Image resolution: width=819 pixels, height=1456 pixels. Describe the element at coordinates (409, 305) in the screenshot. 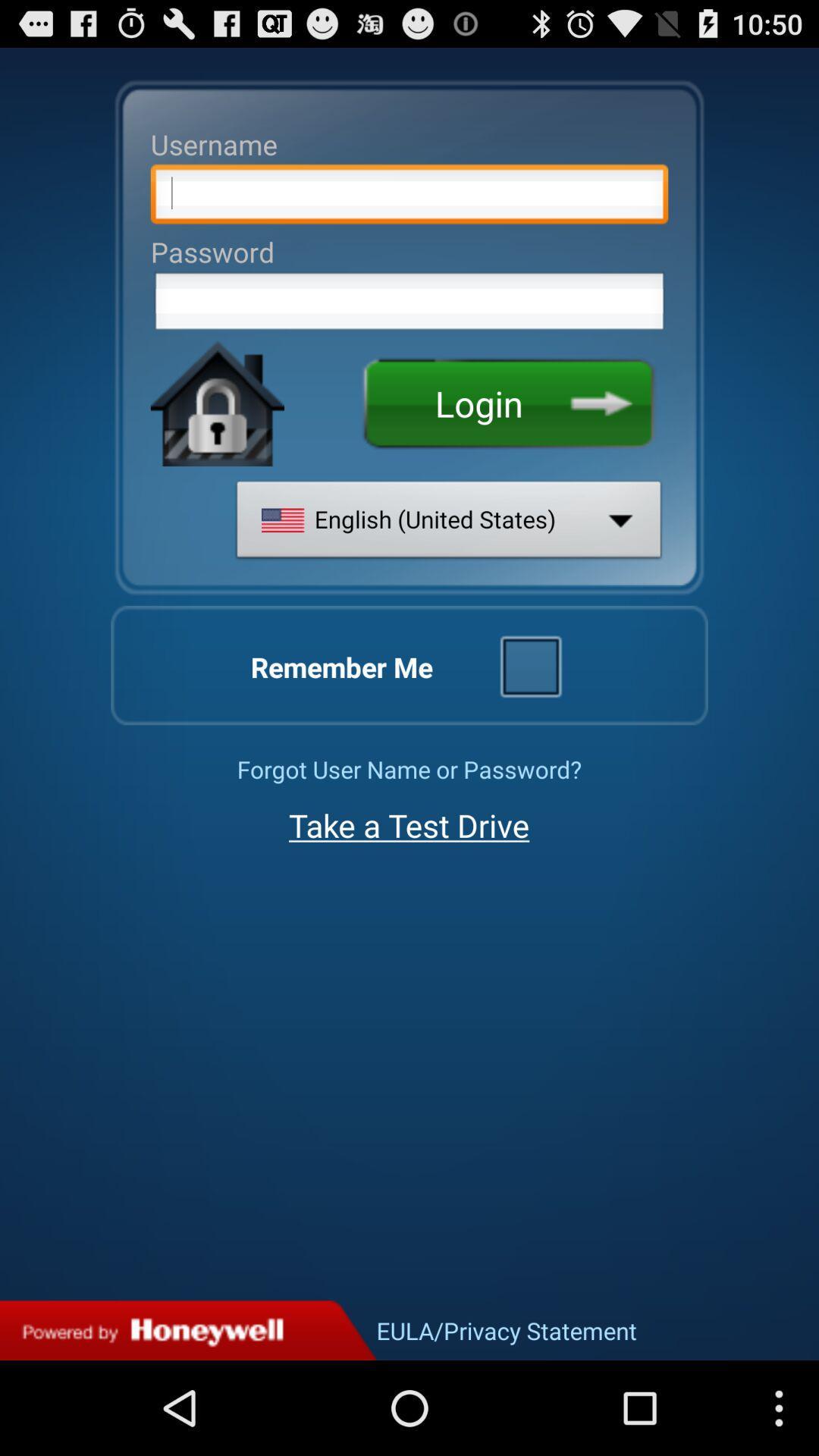

I see `password` at that location.